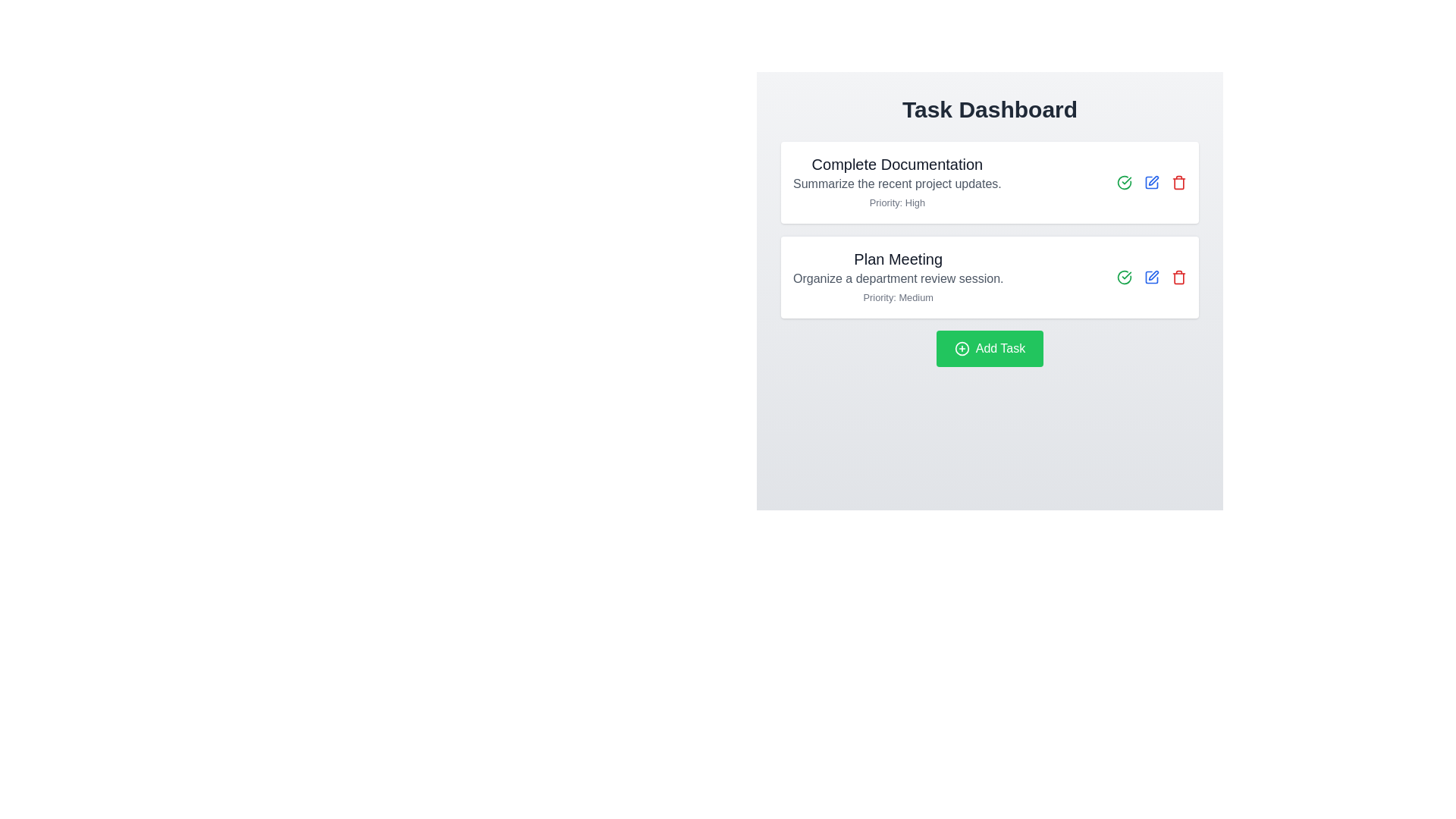 Image resolution: width=1456 pixels, height=819 pixels. I want to click on the red trash icon button, which is the third icon in the action button group for 'Complete Documentation', so click(1178, 181).